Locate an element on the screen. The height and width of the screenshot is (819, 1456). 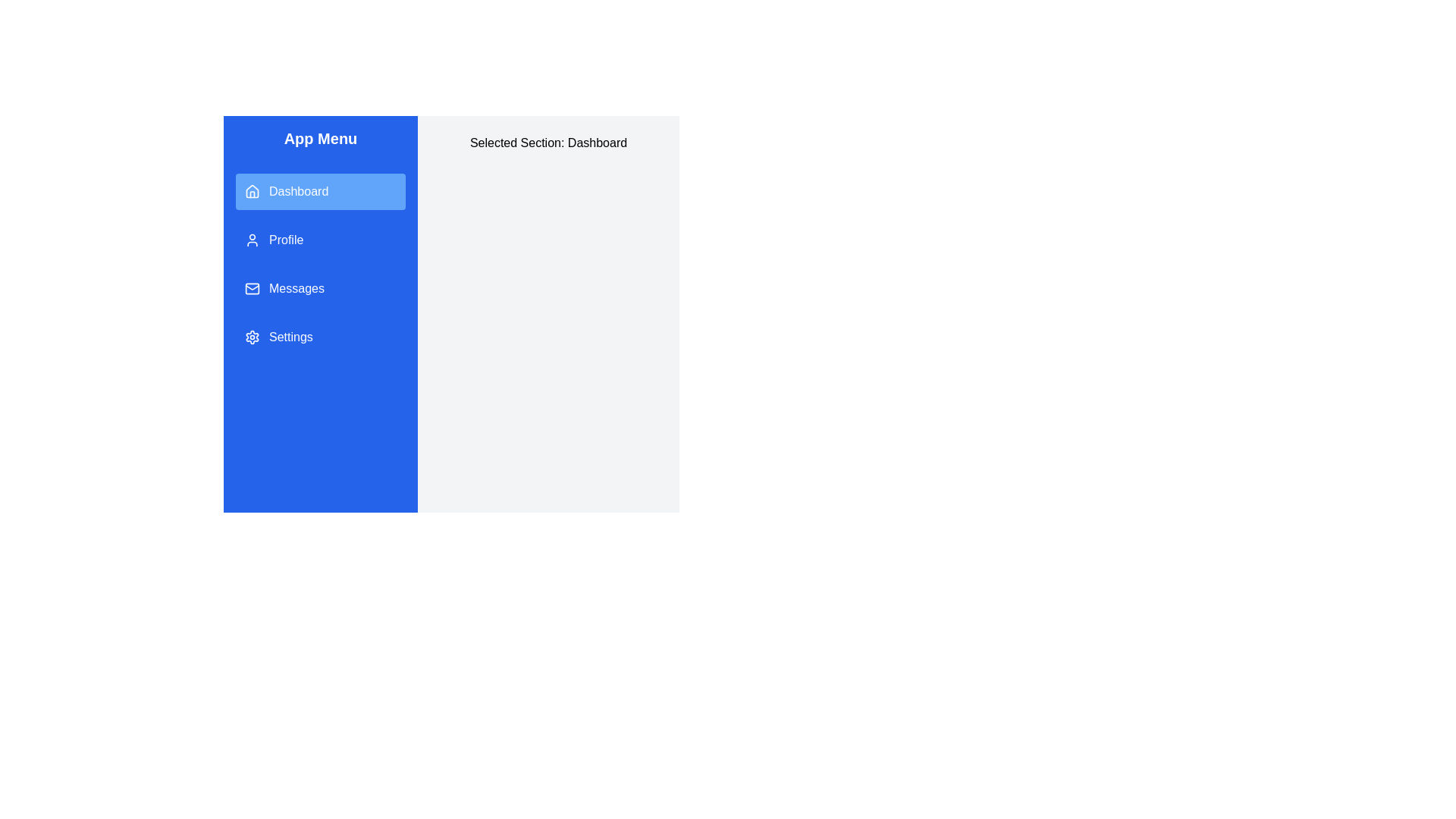
the menu item Dashboard is located at coordinates (319, 191).